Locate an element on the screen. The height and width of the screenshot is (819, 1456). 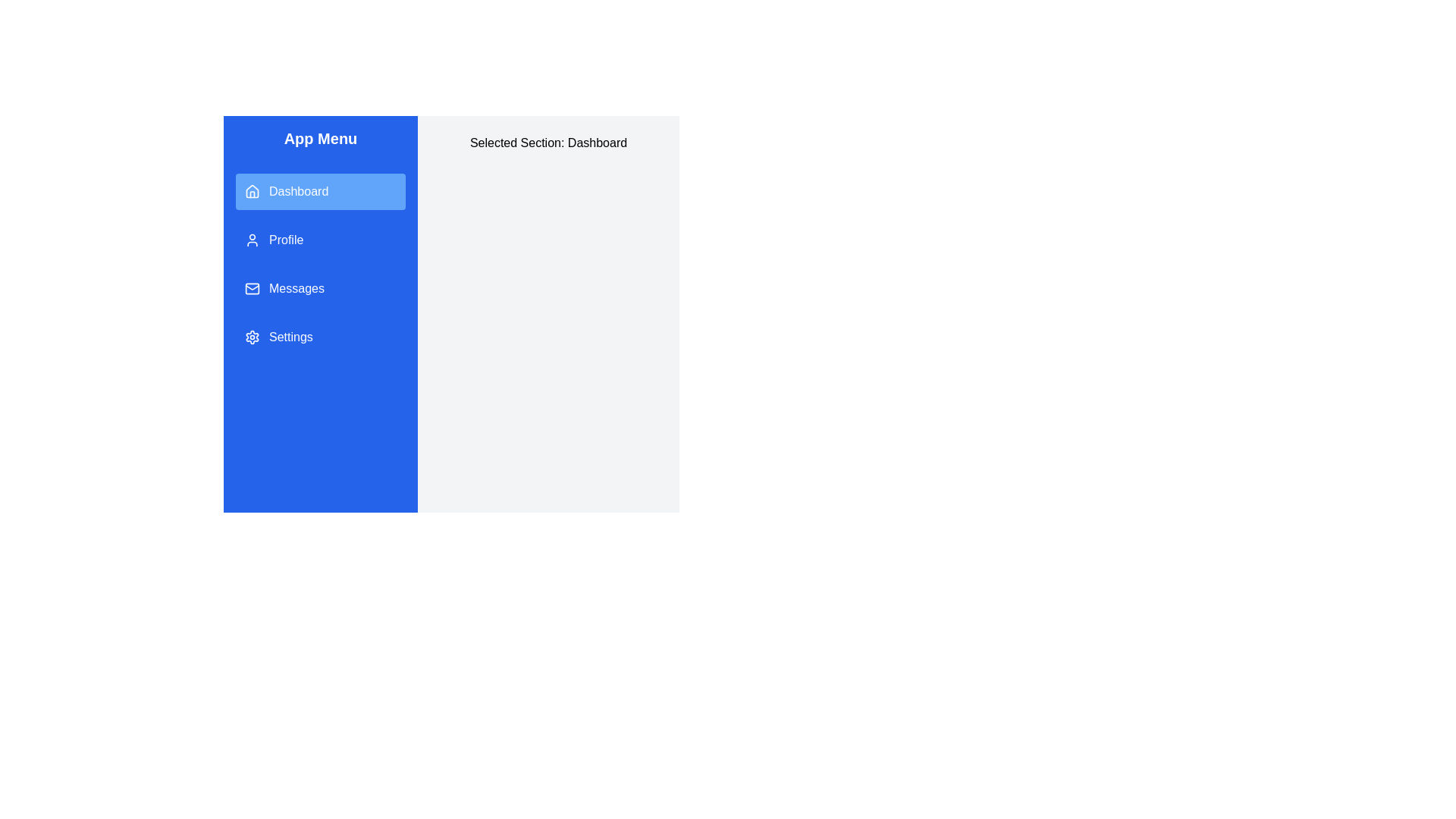
the menu item Dashboard is located at coordinates (319, 191).